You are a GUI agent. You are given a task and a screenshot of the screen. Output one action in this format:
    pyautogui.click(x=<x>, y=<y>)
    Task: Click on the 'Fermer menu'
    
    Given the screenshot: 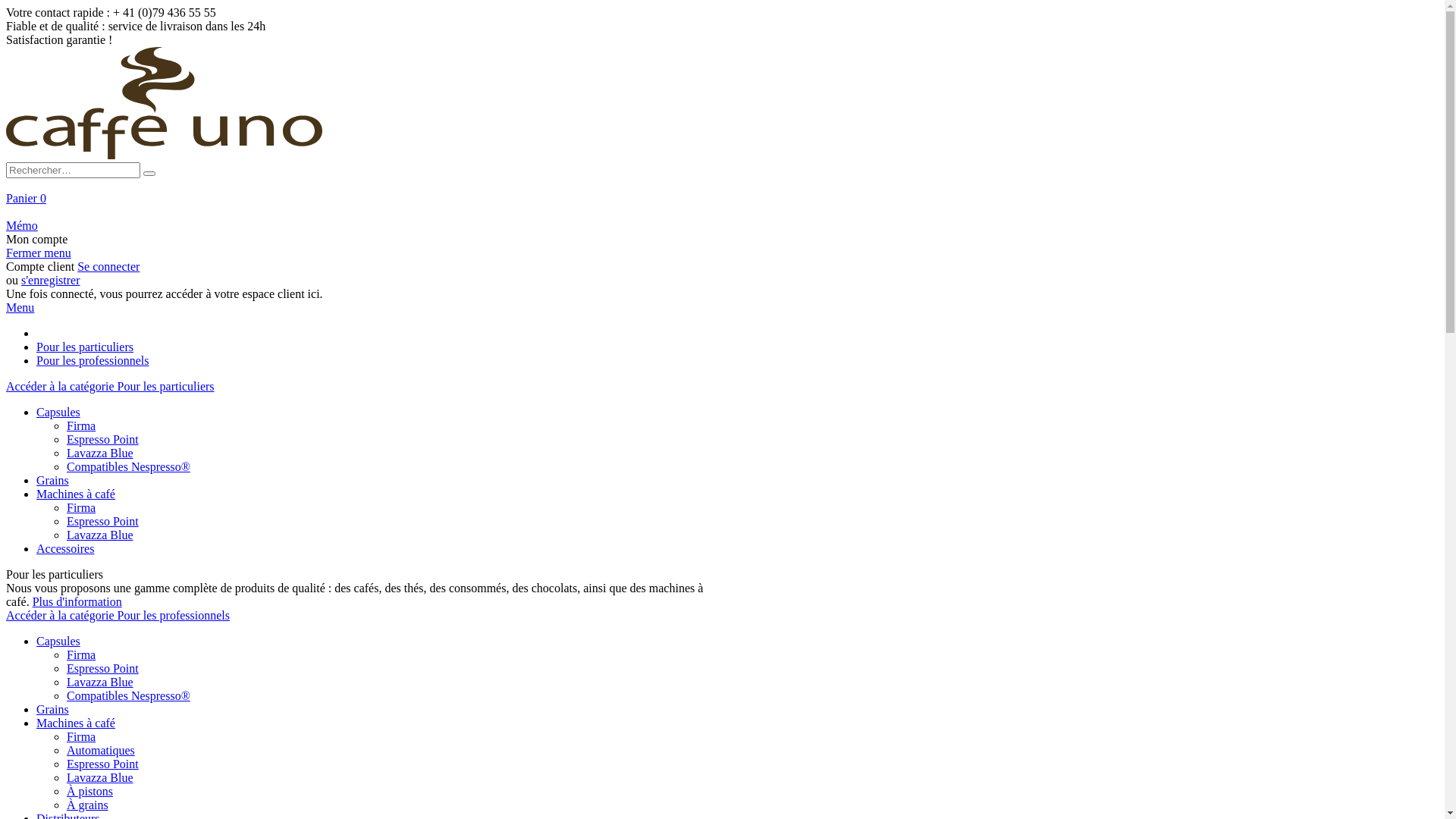 What is the action you would take?
    pyautogui.click(x=6, y=251)
    